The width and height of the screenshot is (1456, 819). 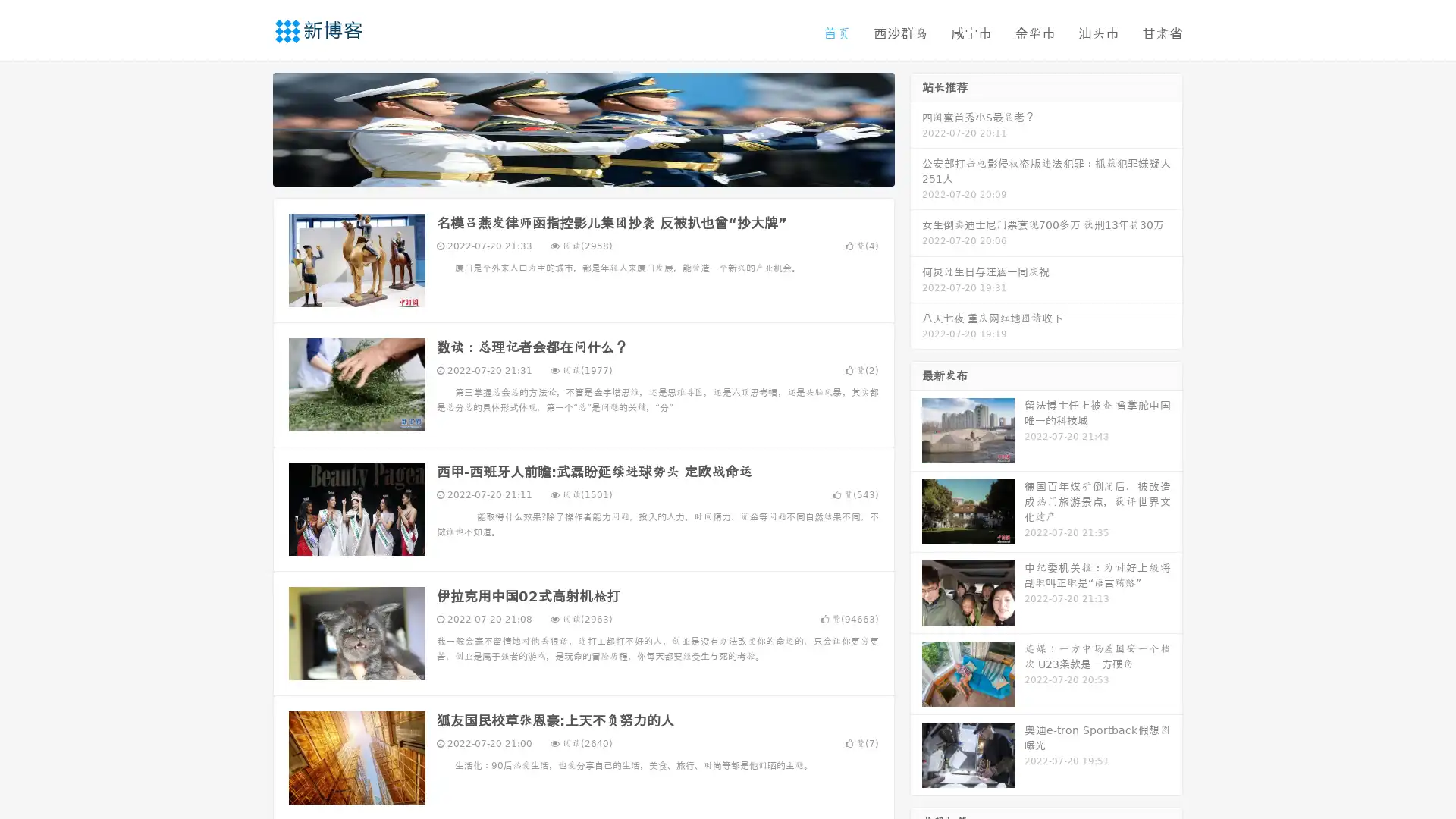 What do you see at coordinates (582, 171) in the screenshot?
I see `Go to slide 2` at bounding box center [582, 171].